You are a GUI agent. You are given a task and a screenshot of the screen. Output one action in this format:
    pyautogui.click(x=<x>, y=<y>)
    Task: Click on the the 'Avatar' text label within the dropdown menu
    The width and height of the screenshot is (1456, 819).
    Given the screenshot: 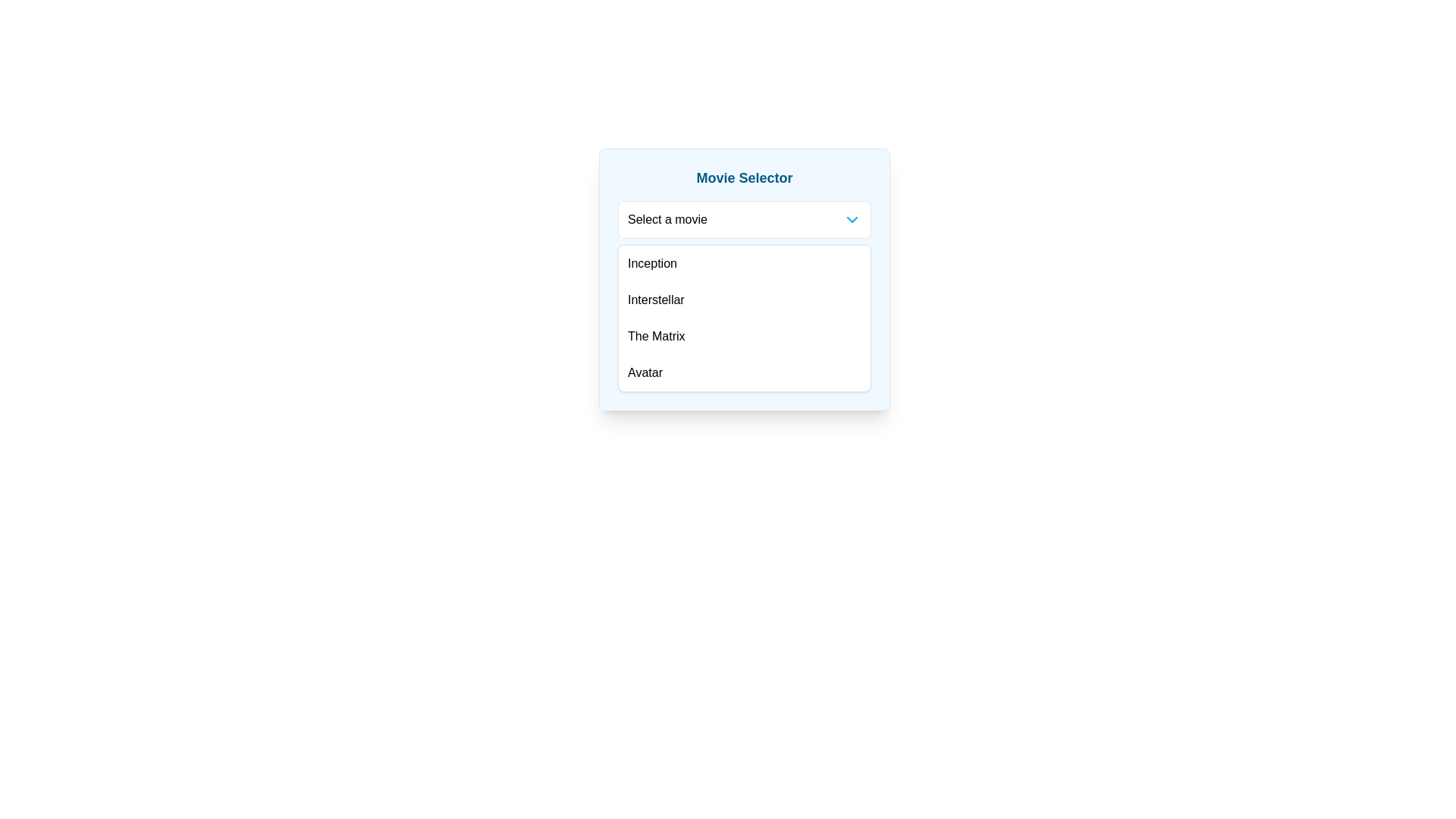 What is the action you would take?
    pyautogui.click(x=645, y=373)
    